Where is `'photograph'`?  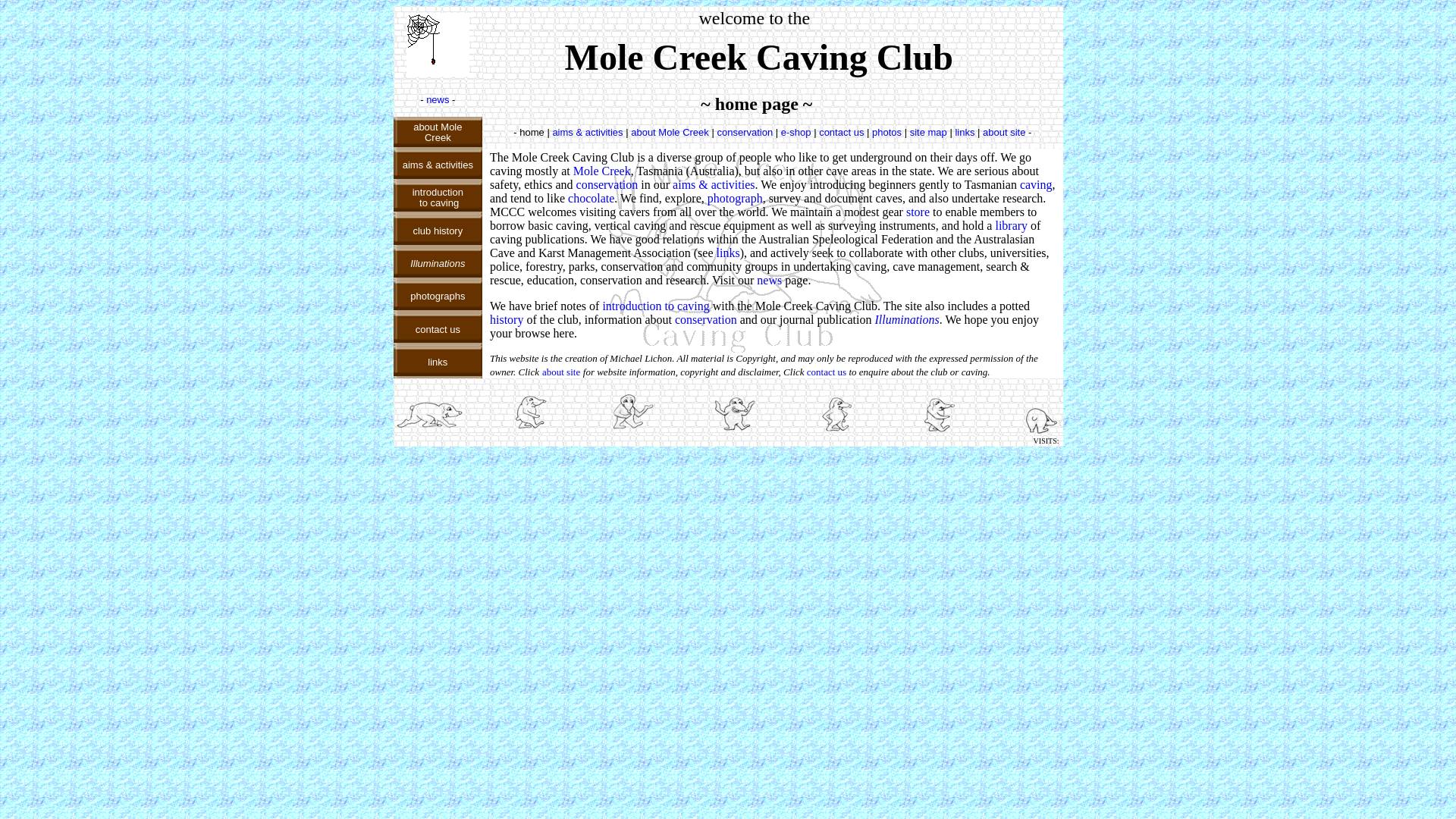
'photograph' is located at coordinates (735, 197).